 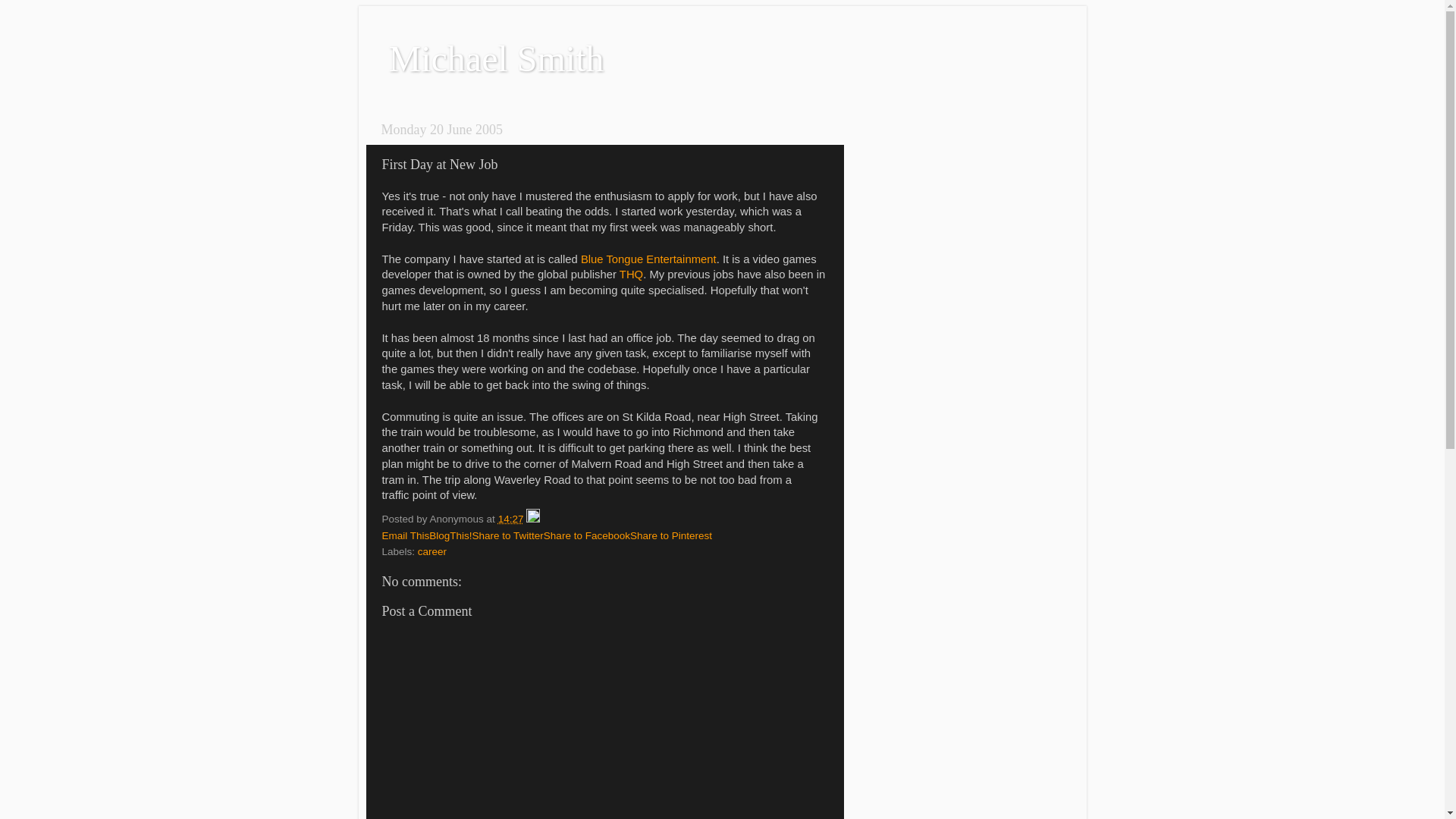 What do you see at coordinates (450, 535) in the screenshot?
I see `'BlogThis!'` at bounding box center [450, 535].